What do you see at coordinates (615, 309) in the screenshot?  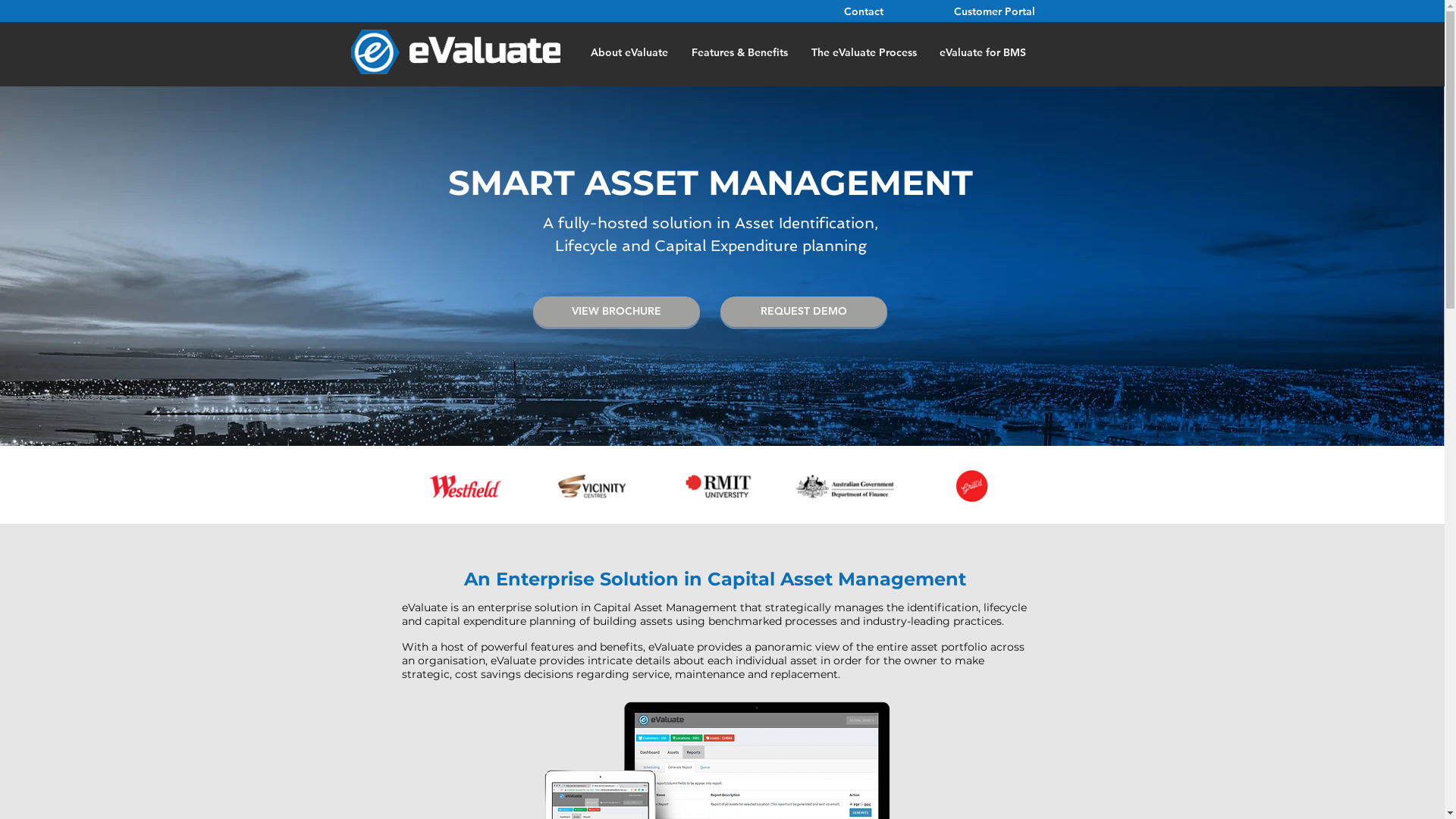 I see `'VIEW BROCHURE'` at bounding box center [615, 309].